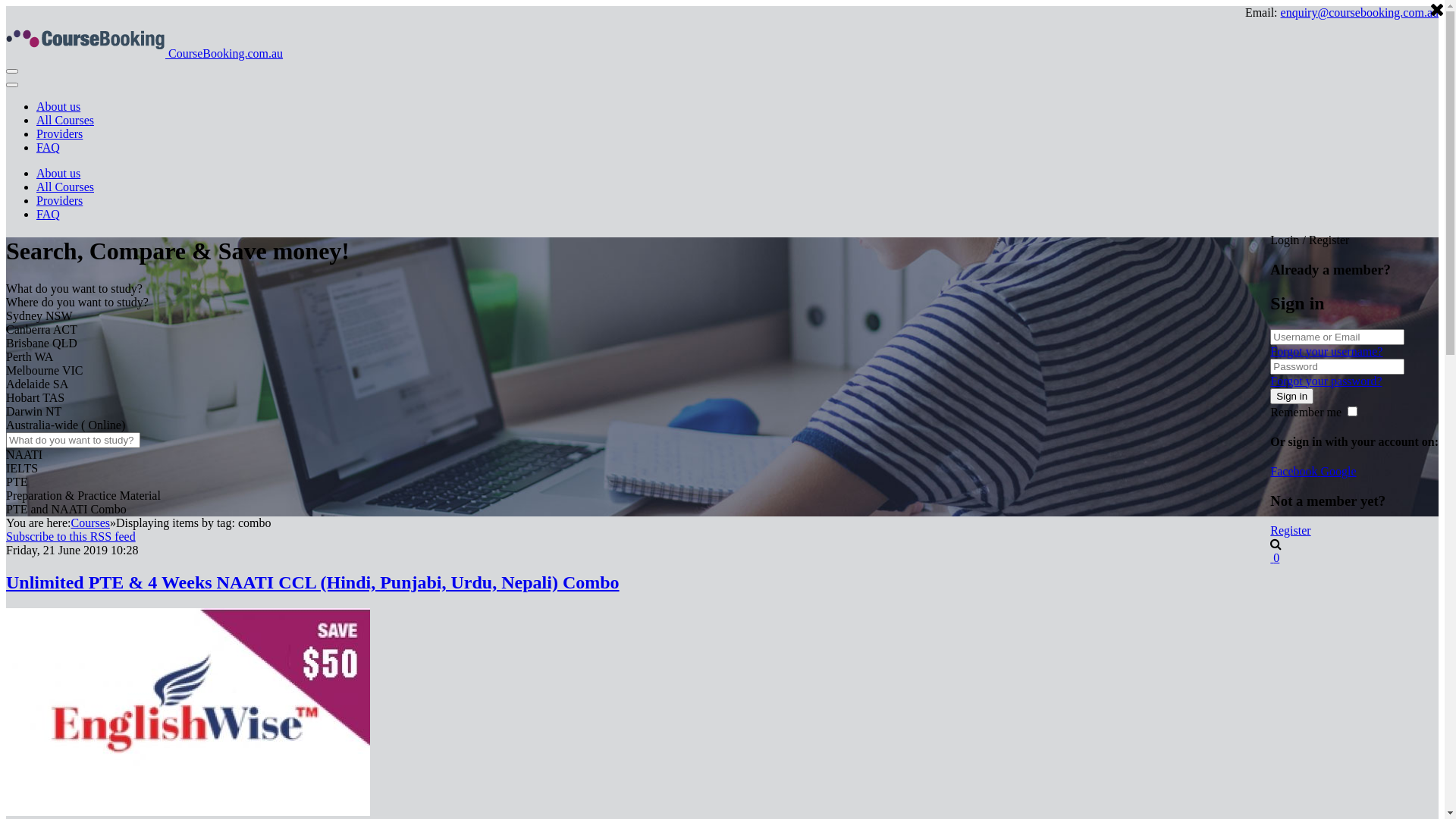 This screenshot has height=819, width=1456. I want to click on 'Forgot your password?', so click(1270, 380).